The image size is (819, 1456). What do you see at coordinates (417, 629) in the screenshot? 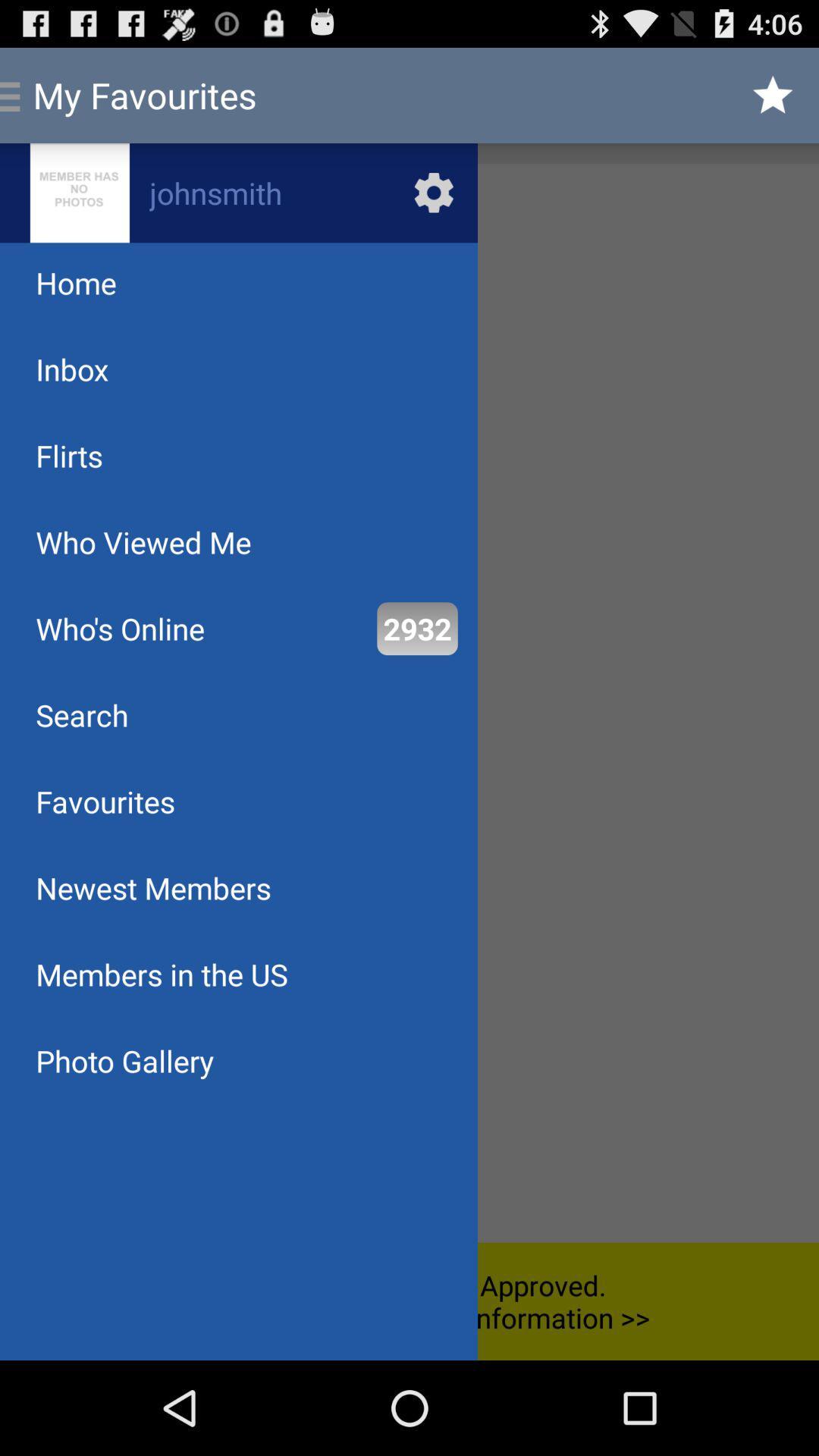
I see `icon above the your profile is item` at bounding box center [417, 629].